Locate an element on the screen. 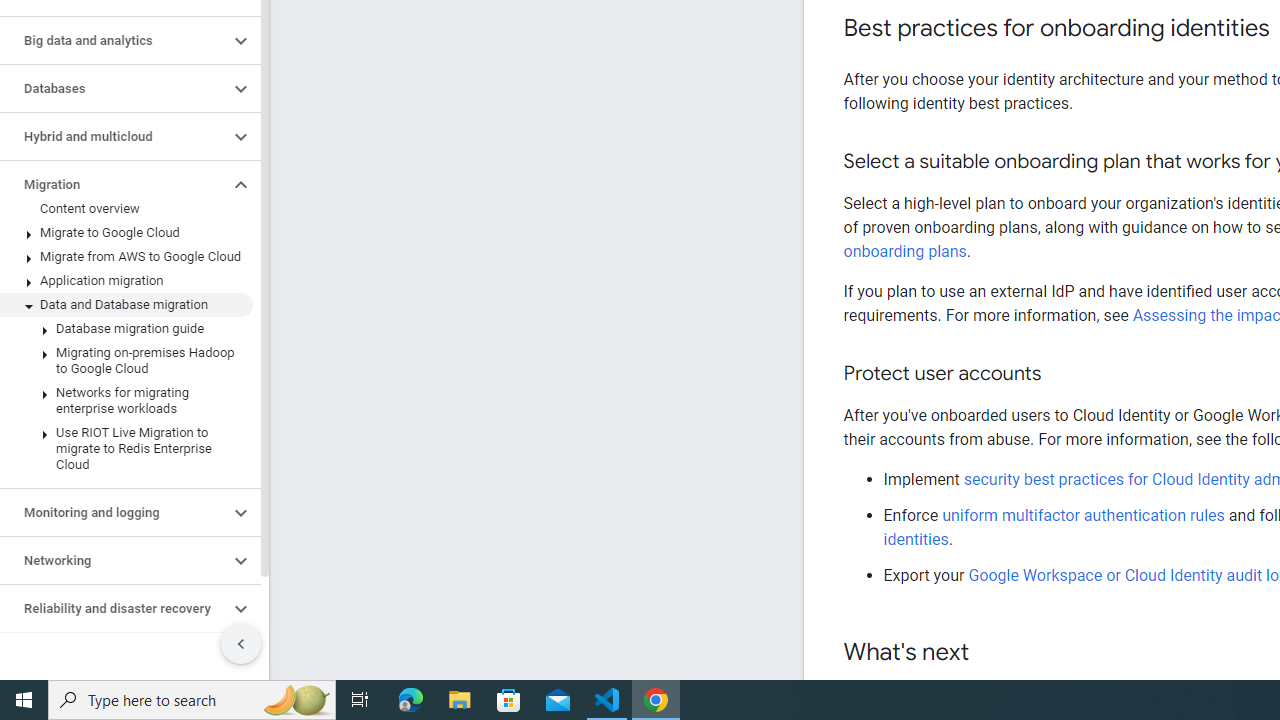 This screenshot has width=1280, height=720. 'Migrating on-premises Hadoop to Google Cloud' is located at coordinates (125, 361).